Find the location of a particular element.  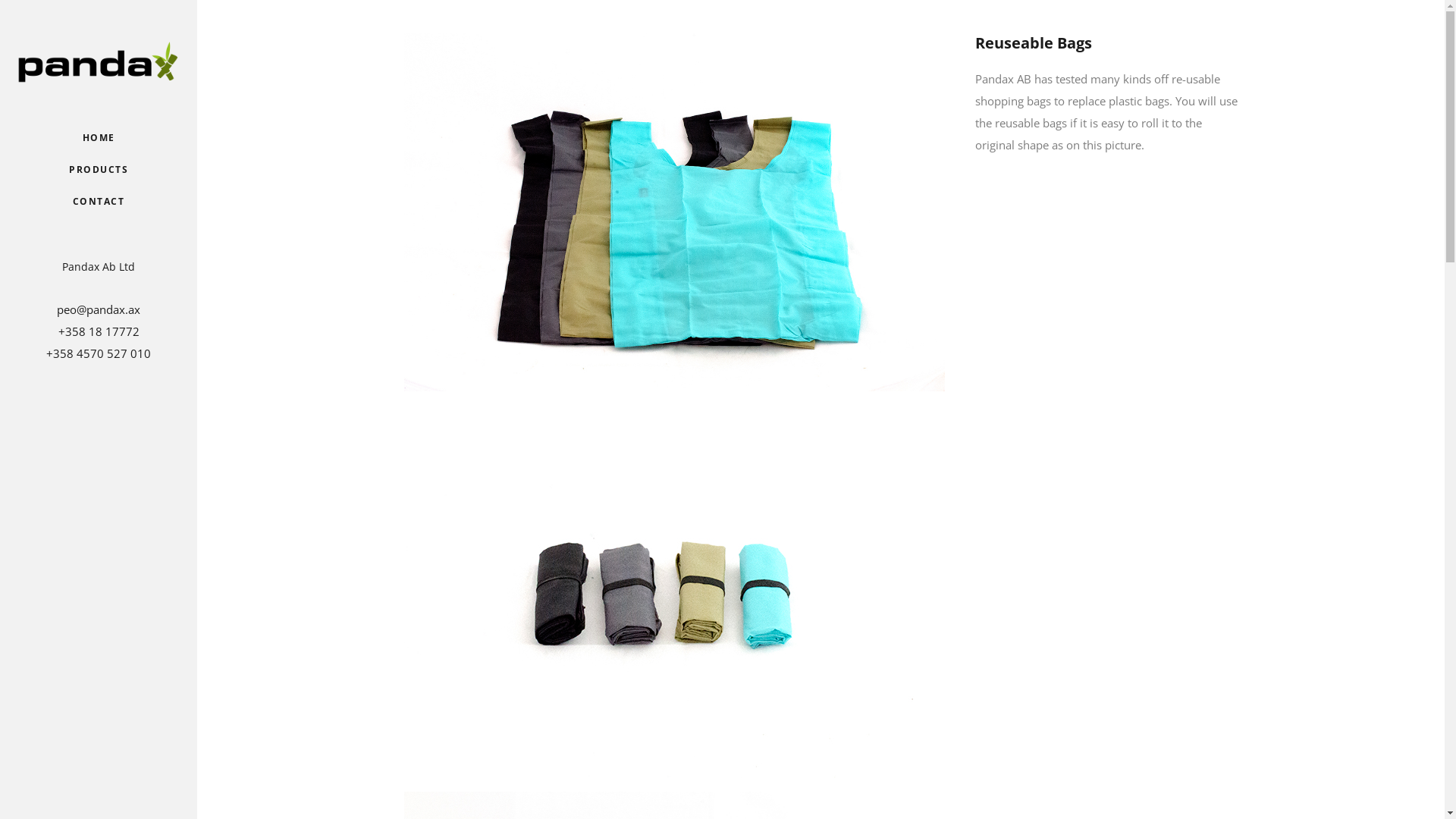

'peo@pandax.ax' is located at coordinates (97, 309).